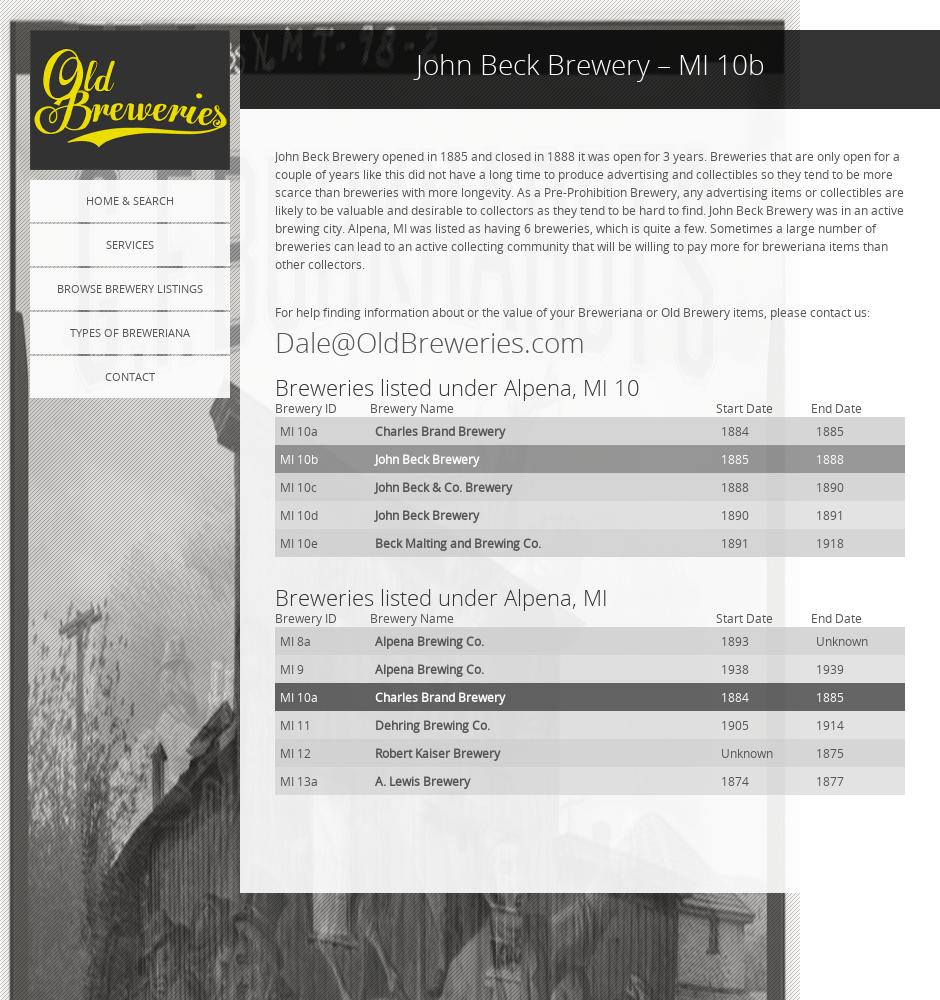 The width and height of the screenshot is (940, 1000). I want to click on '1905', so click(734, 723).